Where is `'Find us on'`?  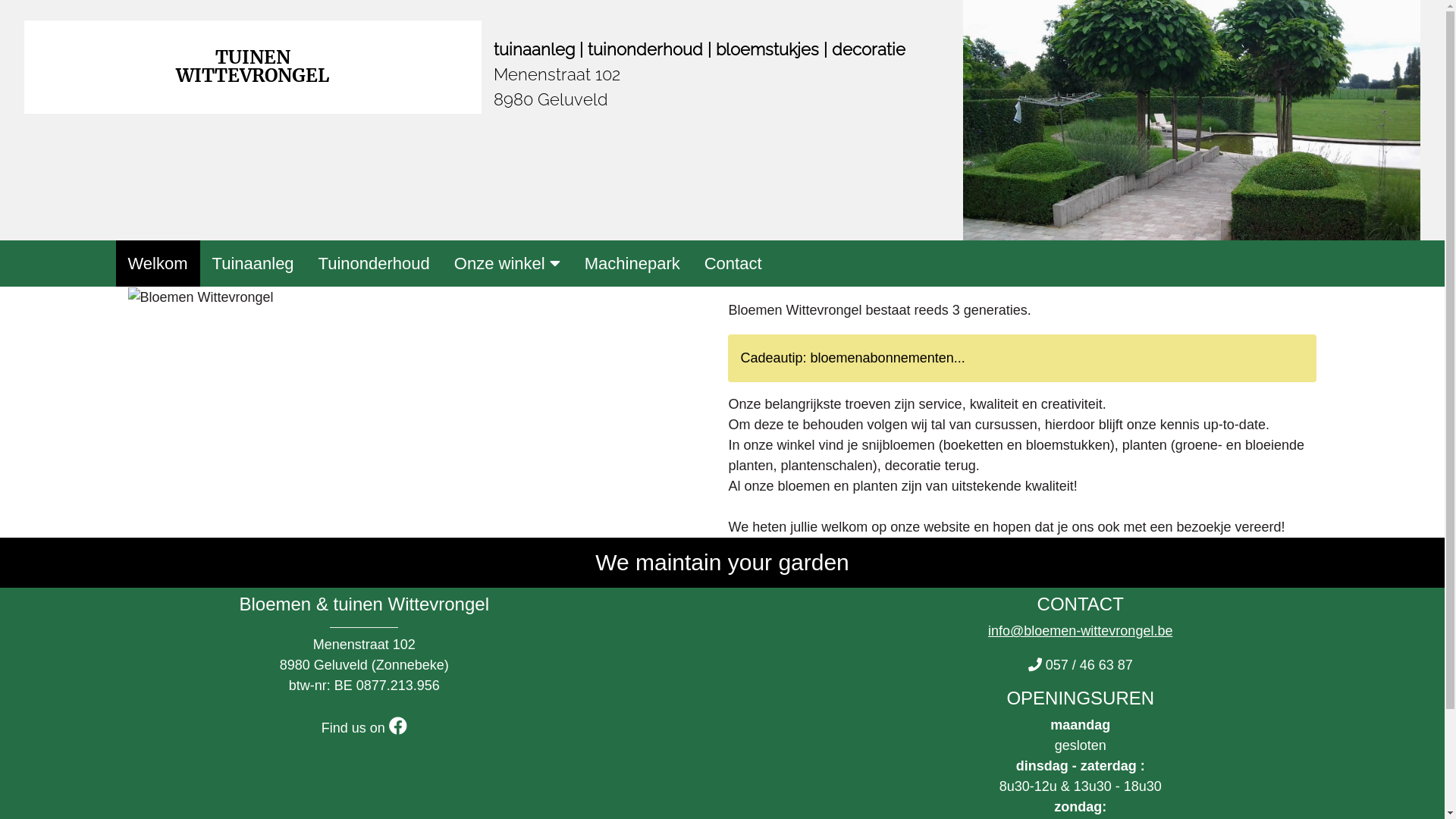
'Find us on' is located at coordinates (364, 727).